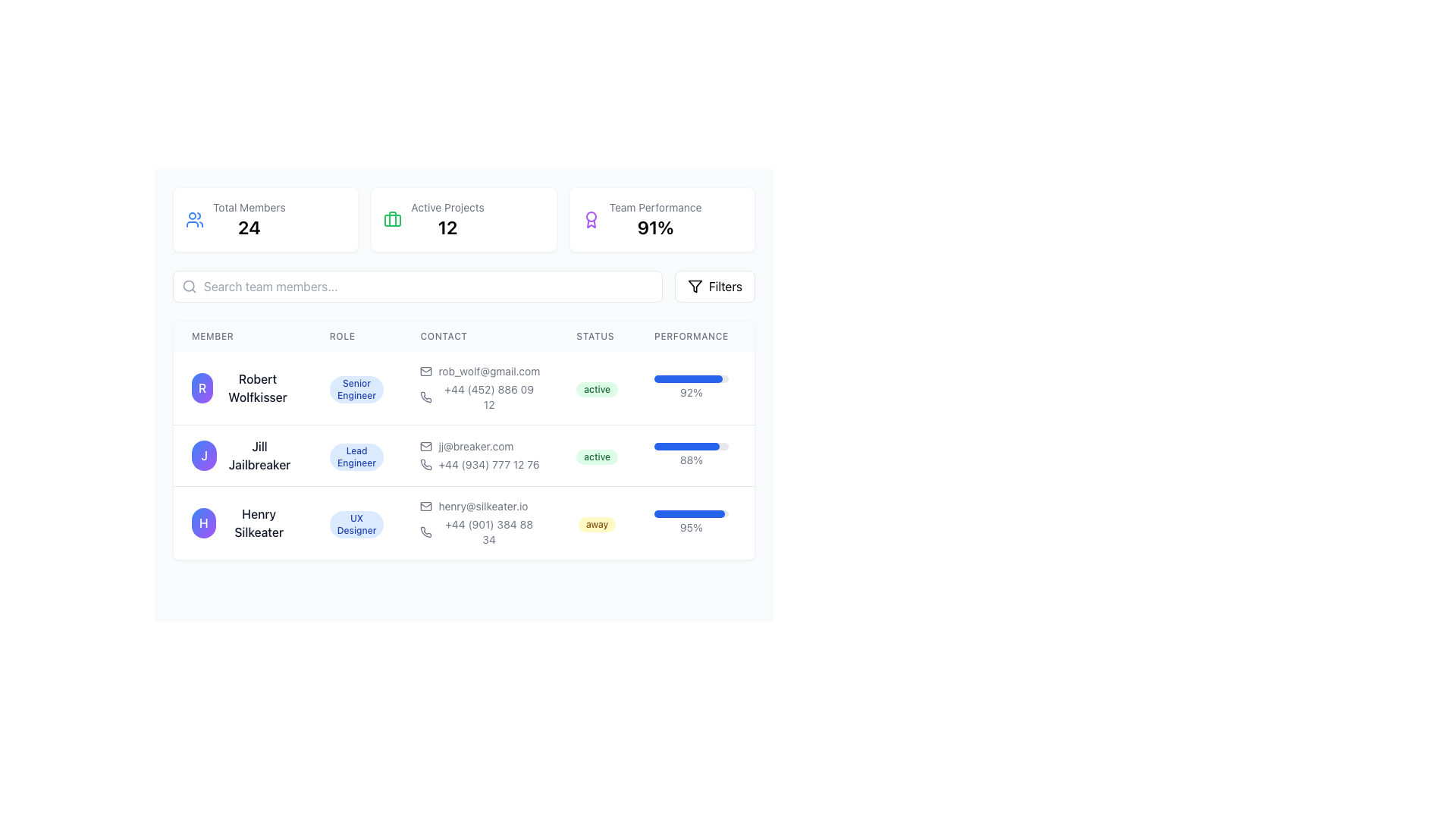  I want to click on the Progress Bar representing the performance progress of 'Robert Wolfkisser', which shows 92% completion in the first row of the 'Performance' column, so click(687, 378).